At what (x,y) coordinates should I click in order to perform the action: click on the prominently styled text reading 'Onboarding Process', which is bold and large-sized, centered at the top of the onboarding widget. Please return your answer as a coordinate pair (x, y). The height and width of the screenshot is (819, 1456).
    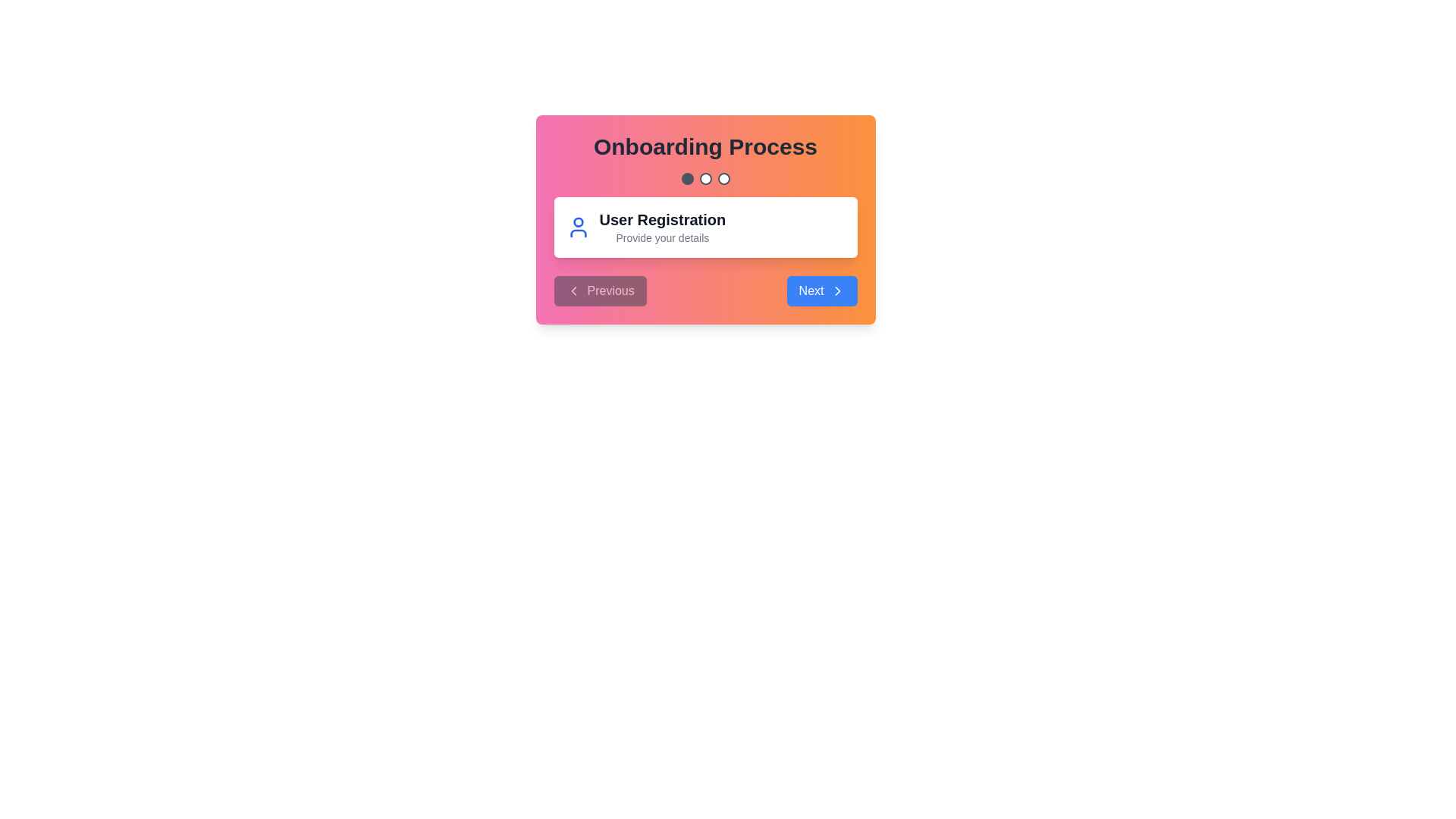
    Looking at the image, I should click on (704, 146).